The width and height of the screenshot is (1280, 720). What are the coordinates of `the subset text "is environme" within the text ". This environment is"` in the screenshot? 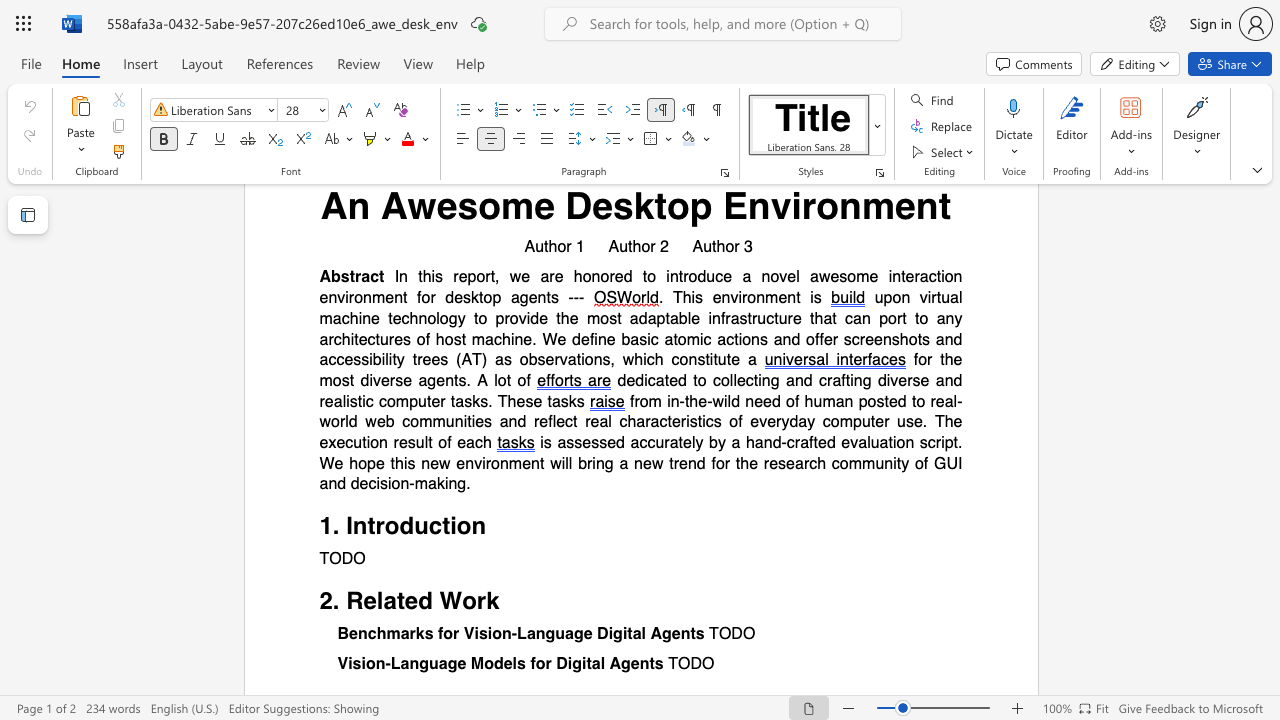 It's located at (691, 298).